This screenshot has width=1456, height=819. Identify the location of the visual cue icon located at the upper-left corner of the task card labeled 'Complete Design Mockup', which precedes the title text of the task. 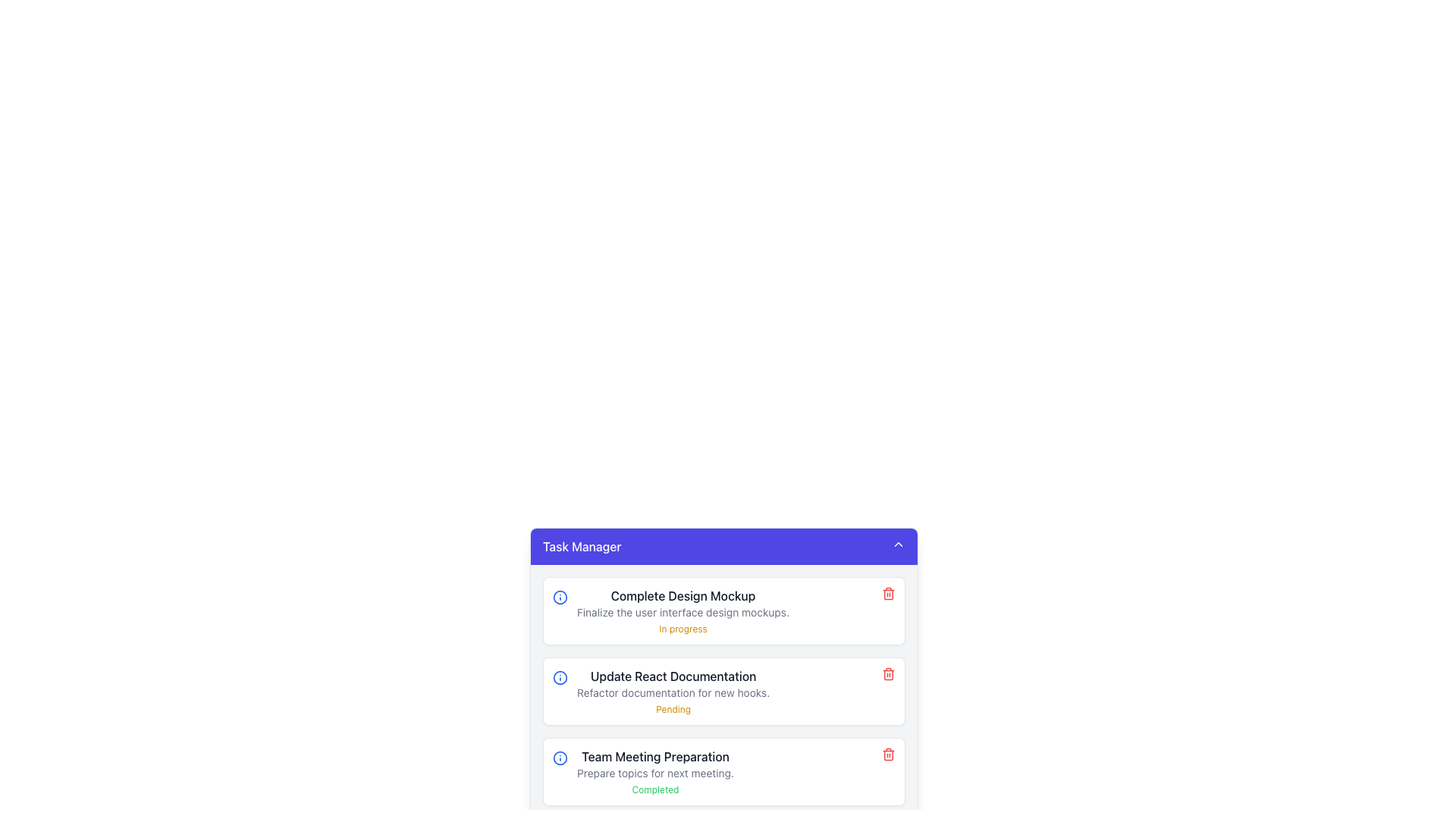
(560, 596).